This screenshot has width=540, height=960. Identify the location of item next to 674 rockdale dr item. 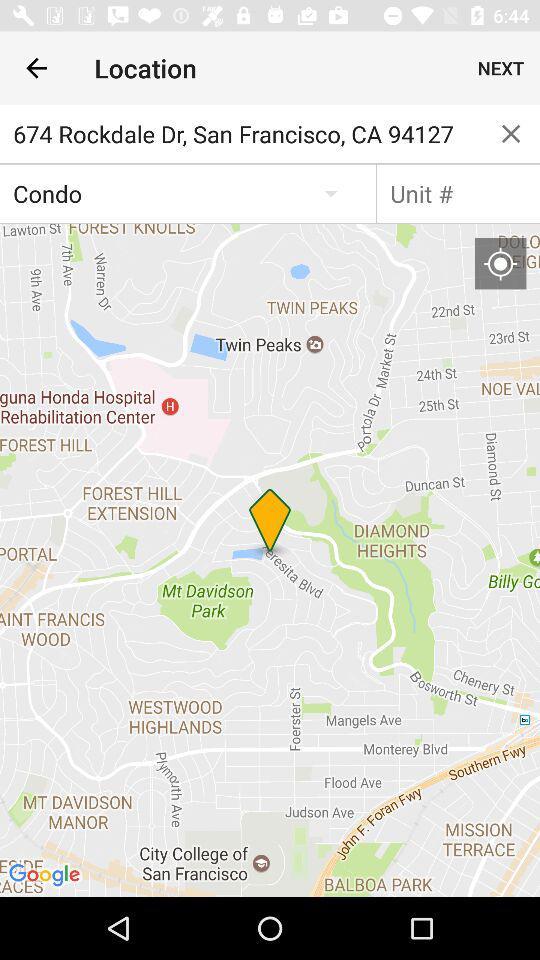
(511, 132).